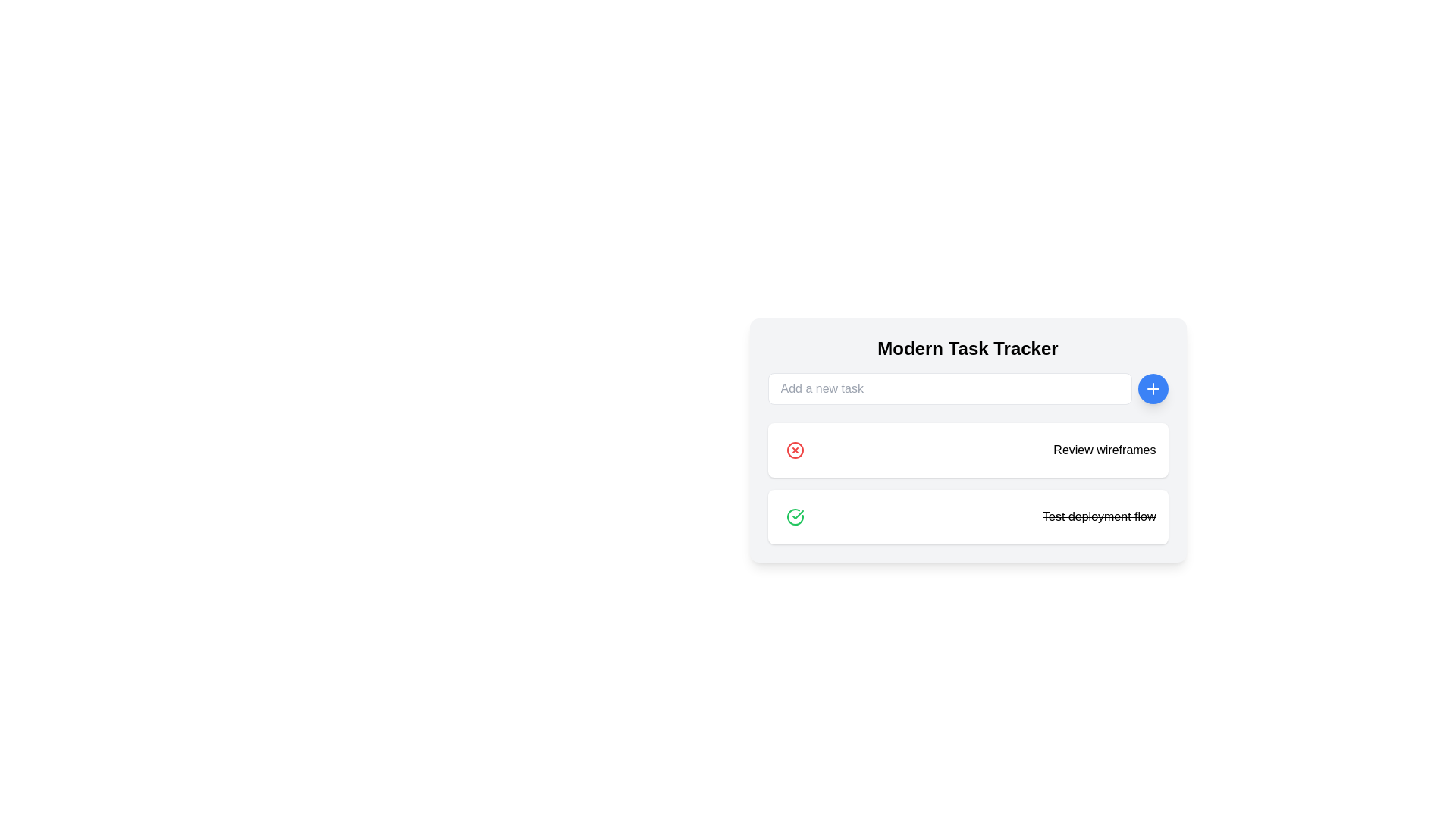 The width and height of the screenshot is (1456, 819). What do you see at coordinates (1104, 450) in the screenshot?
I see `displayed text from the static label 'Review wireframes' located on the second task card in the 'Modern Task Tracker' interface, which is styled with a bold sans-serif font and positioned next to a red circular 'X' deletion icon` at bounding box center [1104, 450].